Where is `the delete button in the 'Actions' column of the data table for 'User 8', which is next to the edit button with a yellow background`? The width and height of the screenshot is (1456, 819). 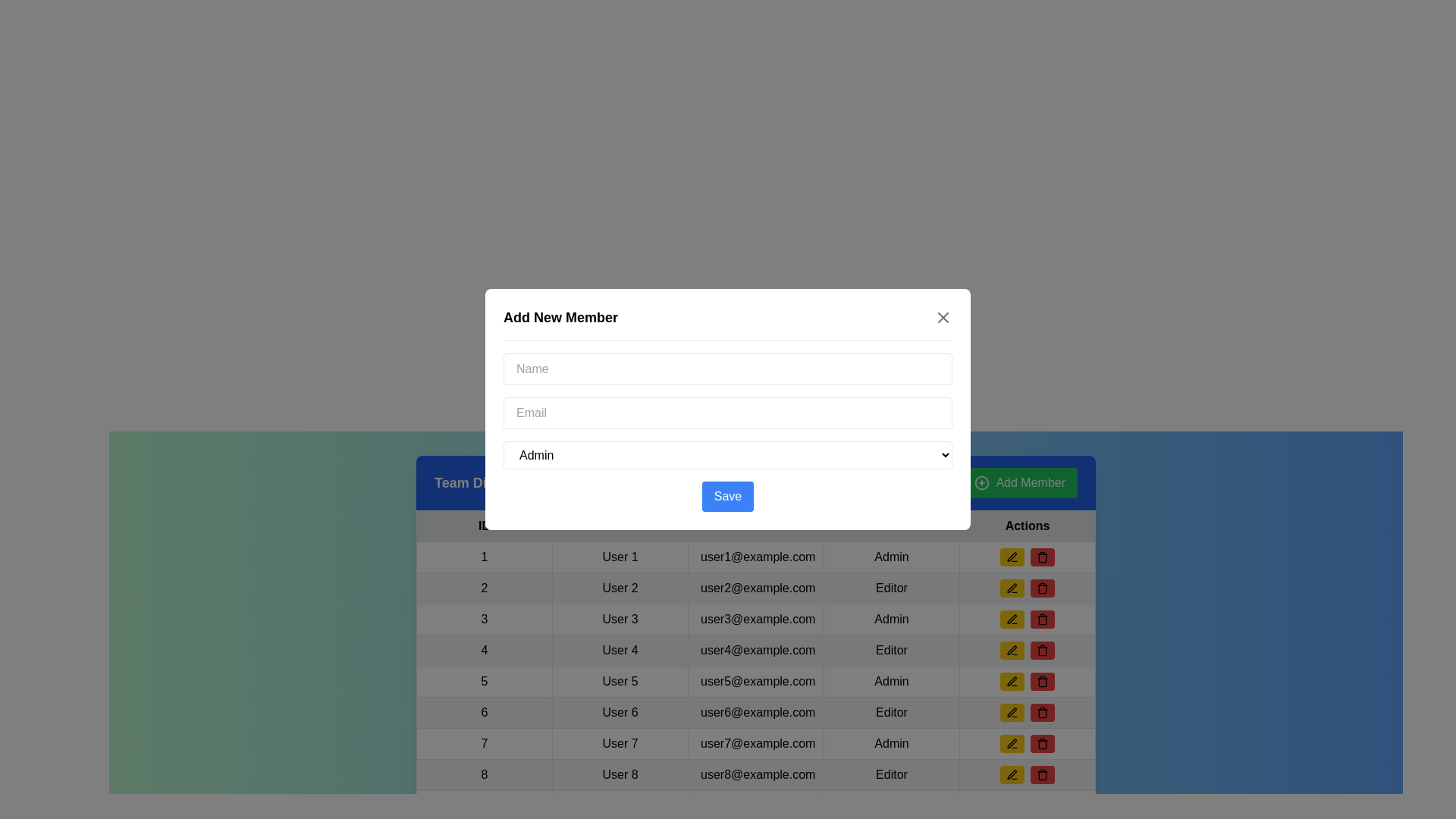
the delete button in the 'Actions' column of the data table for 'User 8', which is next to the edit button with a yellow background is located at coordinates (1041, 713).